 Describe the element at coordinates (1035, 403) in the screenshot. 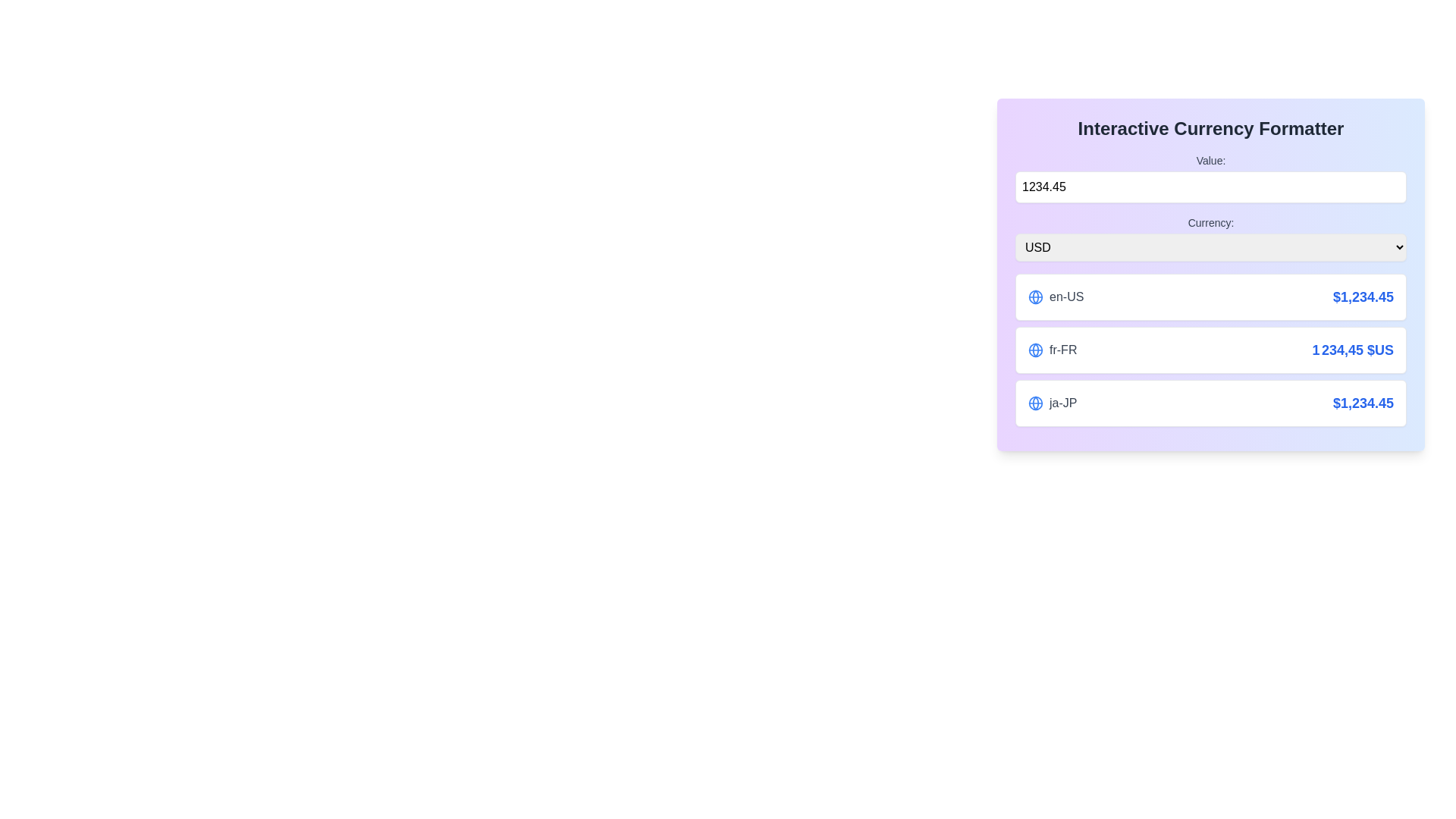

I see `the globe icon located to the left of the 'ja-JP' text in the third list item of the language-region options` at that location.